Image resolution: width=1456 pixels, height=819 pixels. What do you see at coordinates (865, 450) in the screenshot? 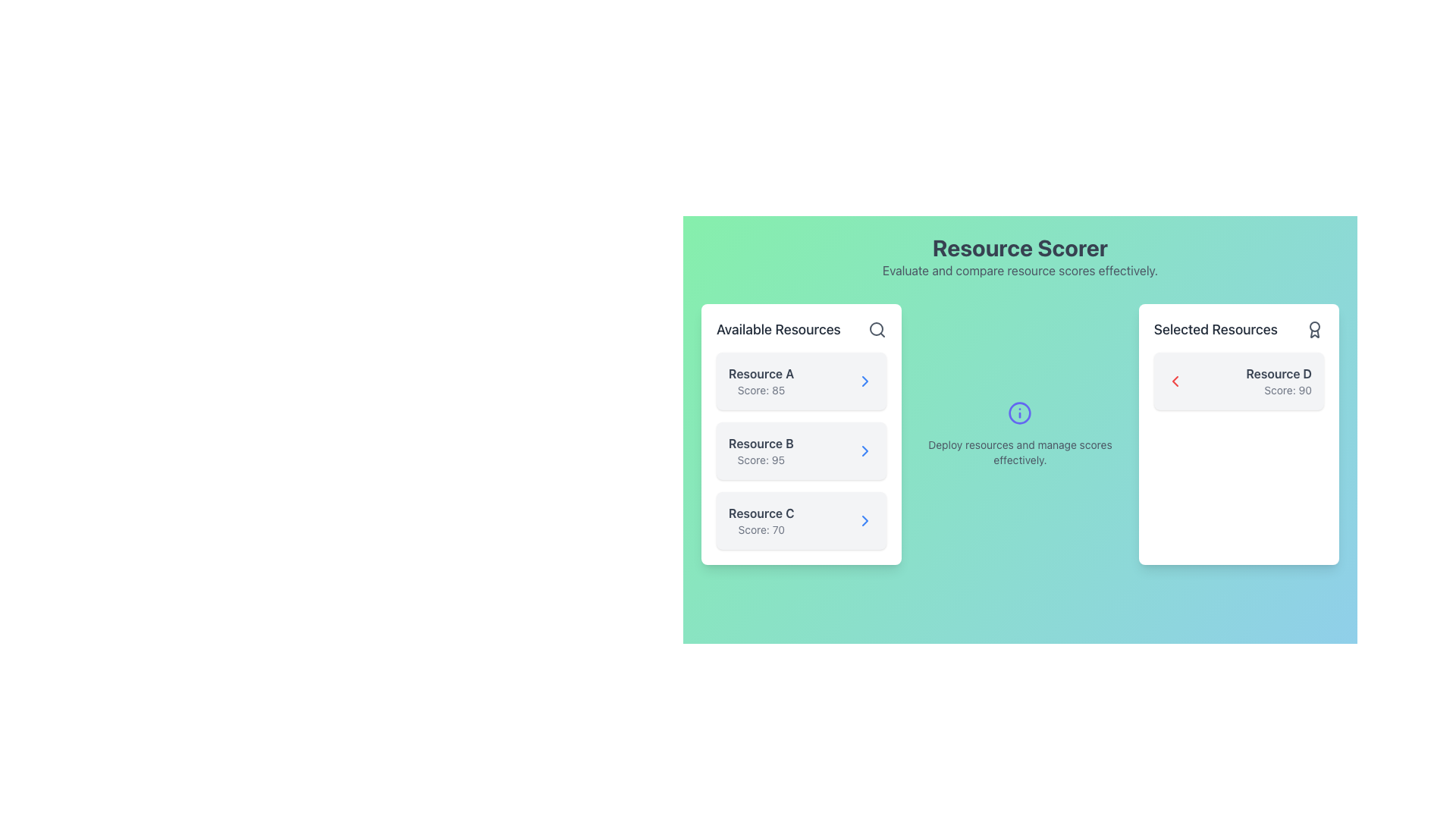
I see `the chevron-right icon associated with 'Resource B'` at bounding box center [865, 450].